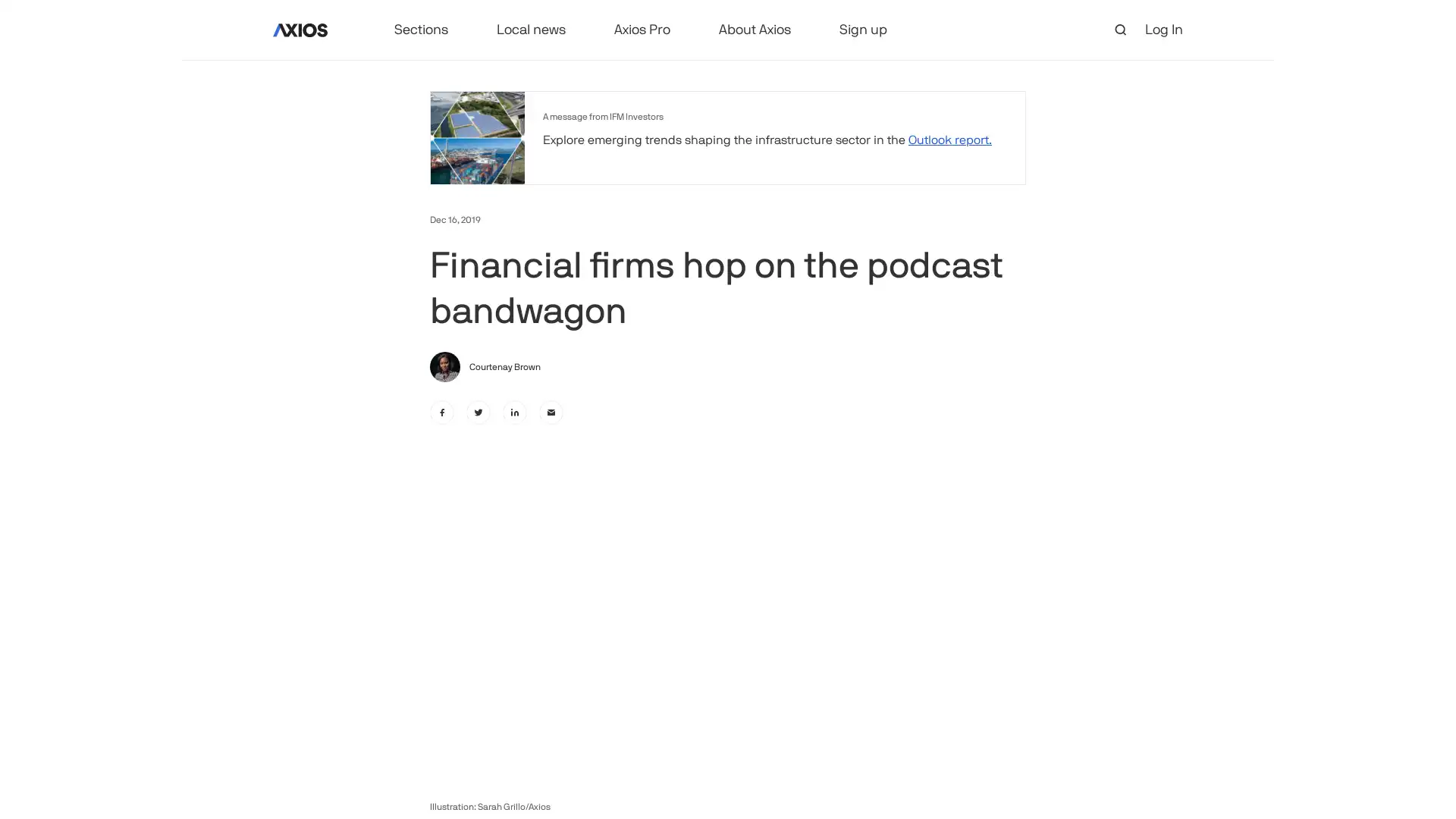 Image resolution: width=1456 pixels, height=819 pixels. I want to click on email, so click(549, 412).